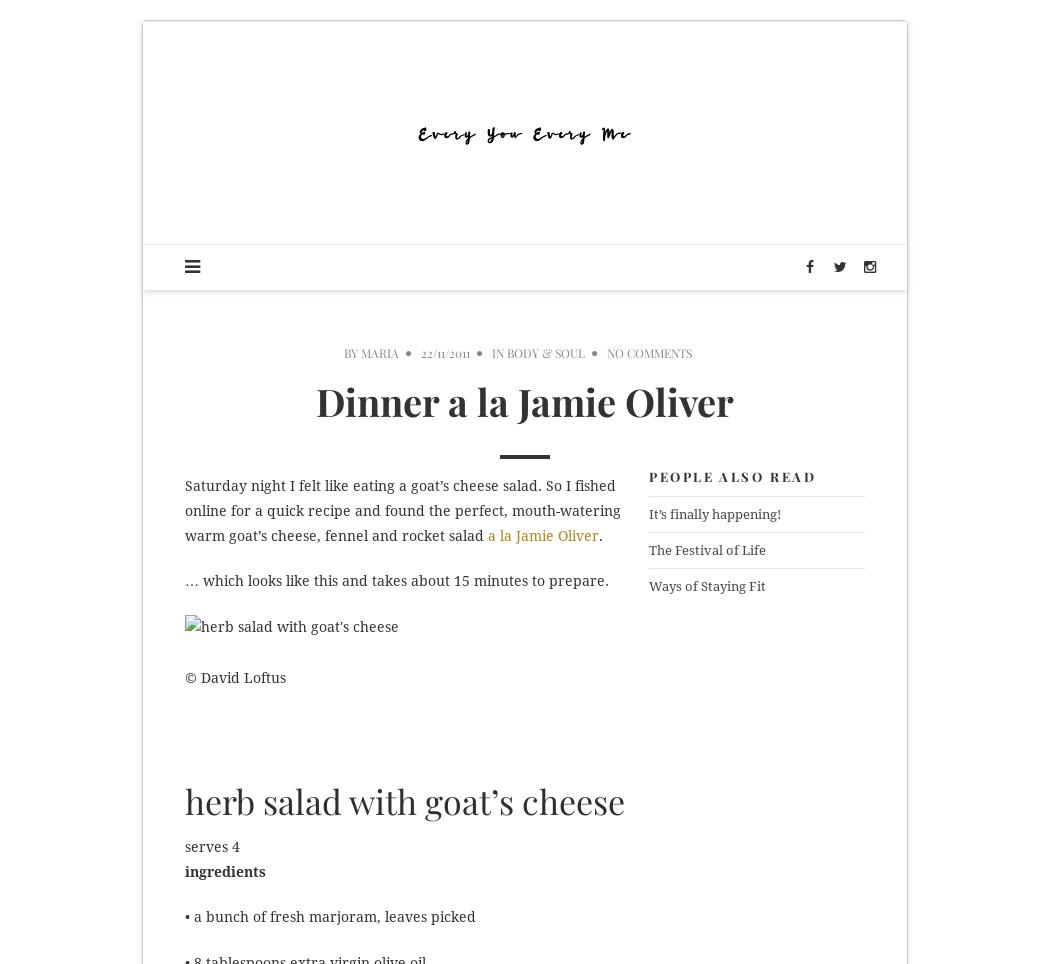 The height and width of the screenshot is (964, 1050). Describe the element at coordinates (731, 475) in the screenshot. I see `'People Also Read'` at that location.